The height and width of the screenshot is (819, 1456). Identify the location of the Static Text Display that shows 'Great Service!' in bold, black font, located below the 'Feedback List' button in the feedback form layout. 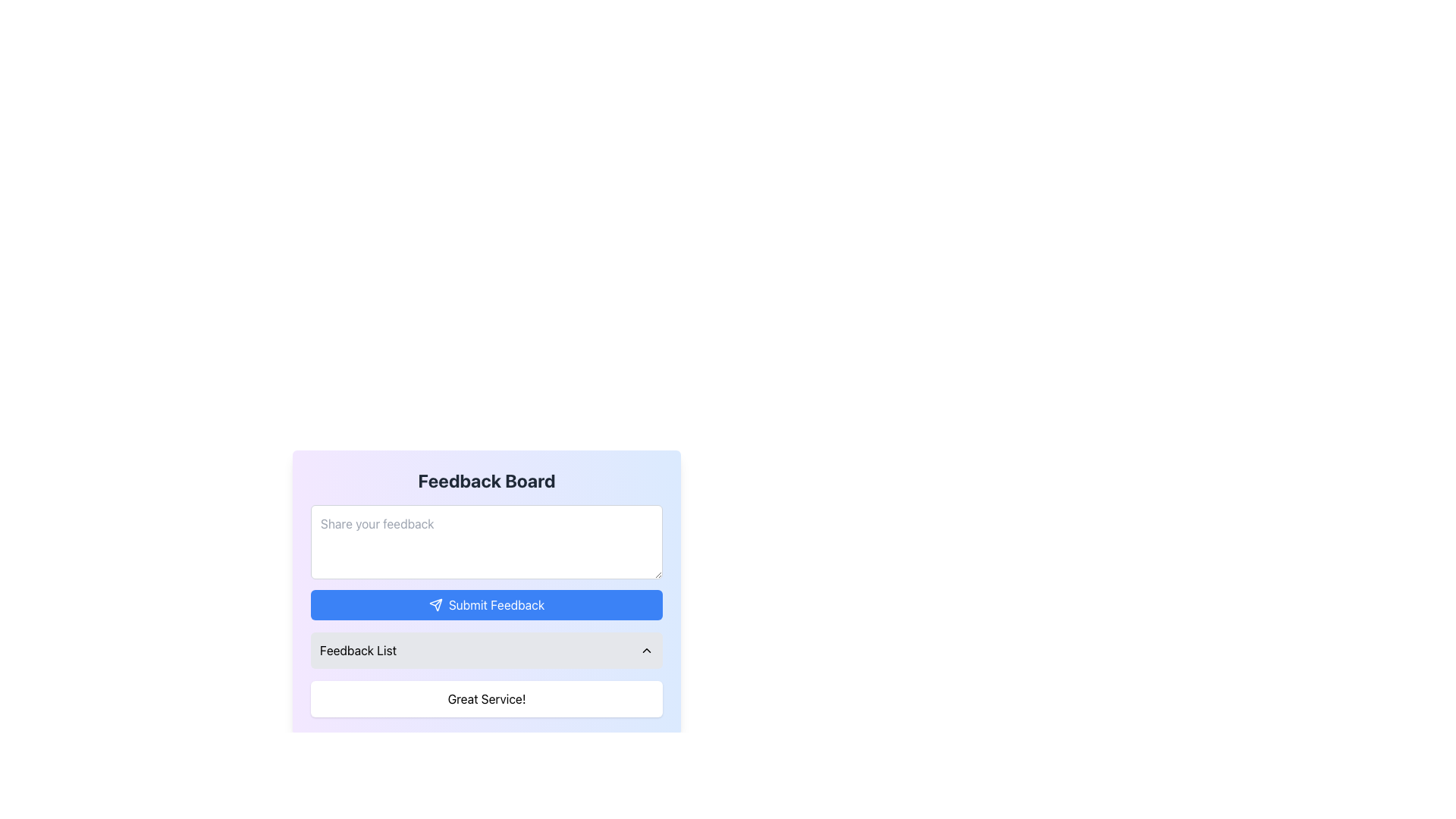
(487, 698).